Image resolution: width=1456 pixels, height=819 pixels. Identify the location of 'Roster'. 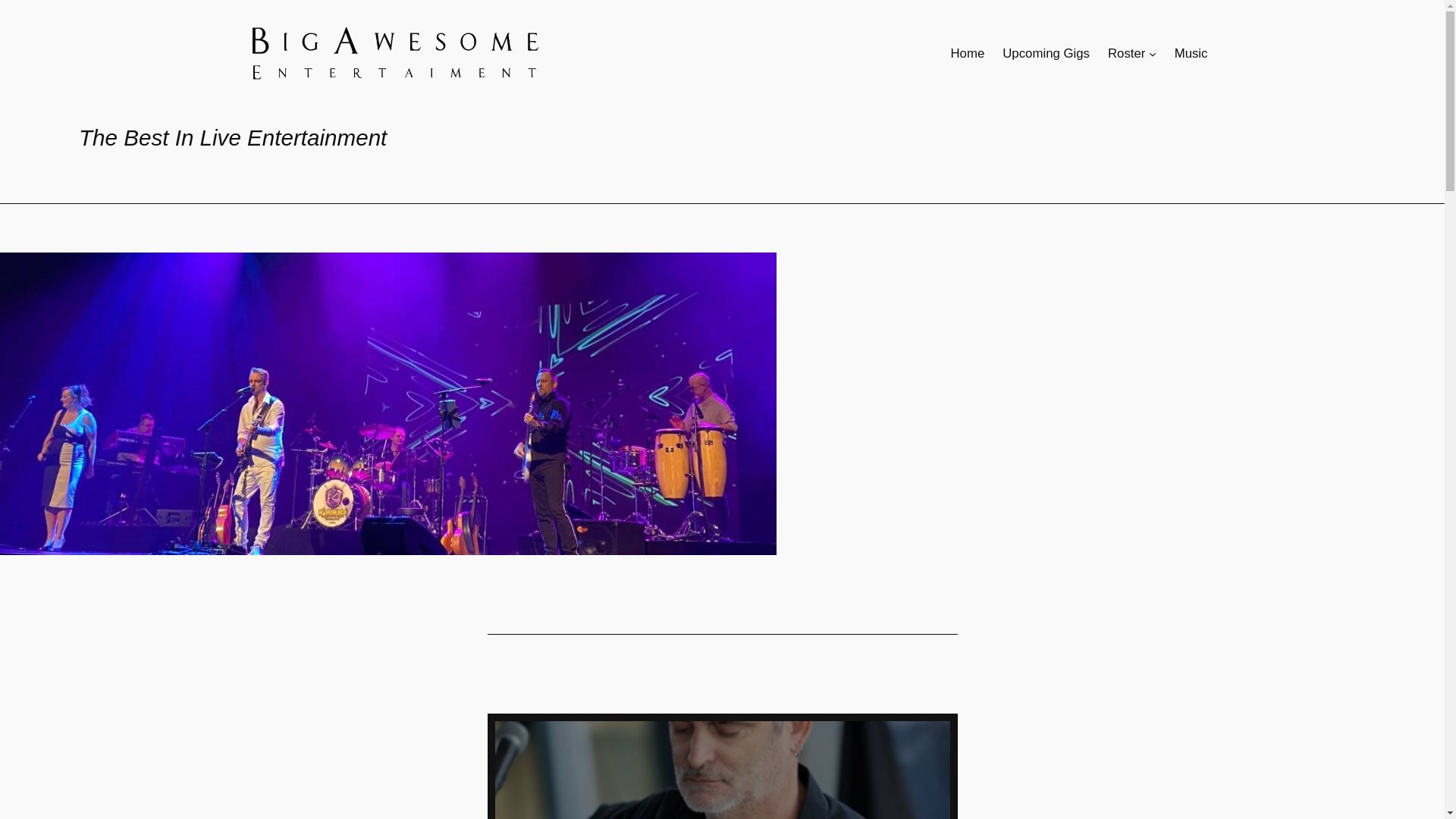
(1126, 52).